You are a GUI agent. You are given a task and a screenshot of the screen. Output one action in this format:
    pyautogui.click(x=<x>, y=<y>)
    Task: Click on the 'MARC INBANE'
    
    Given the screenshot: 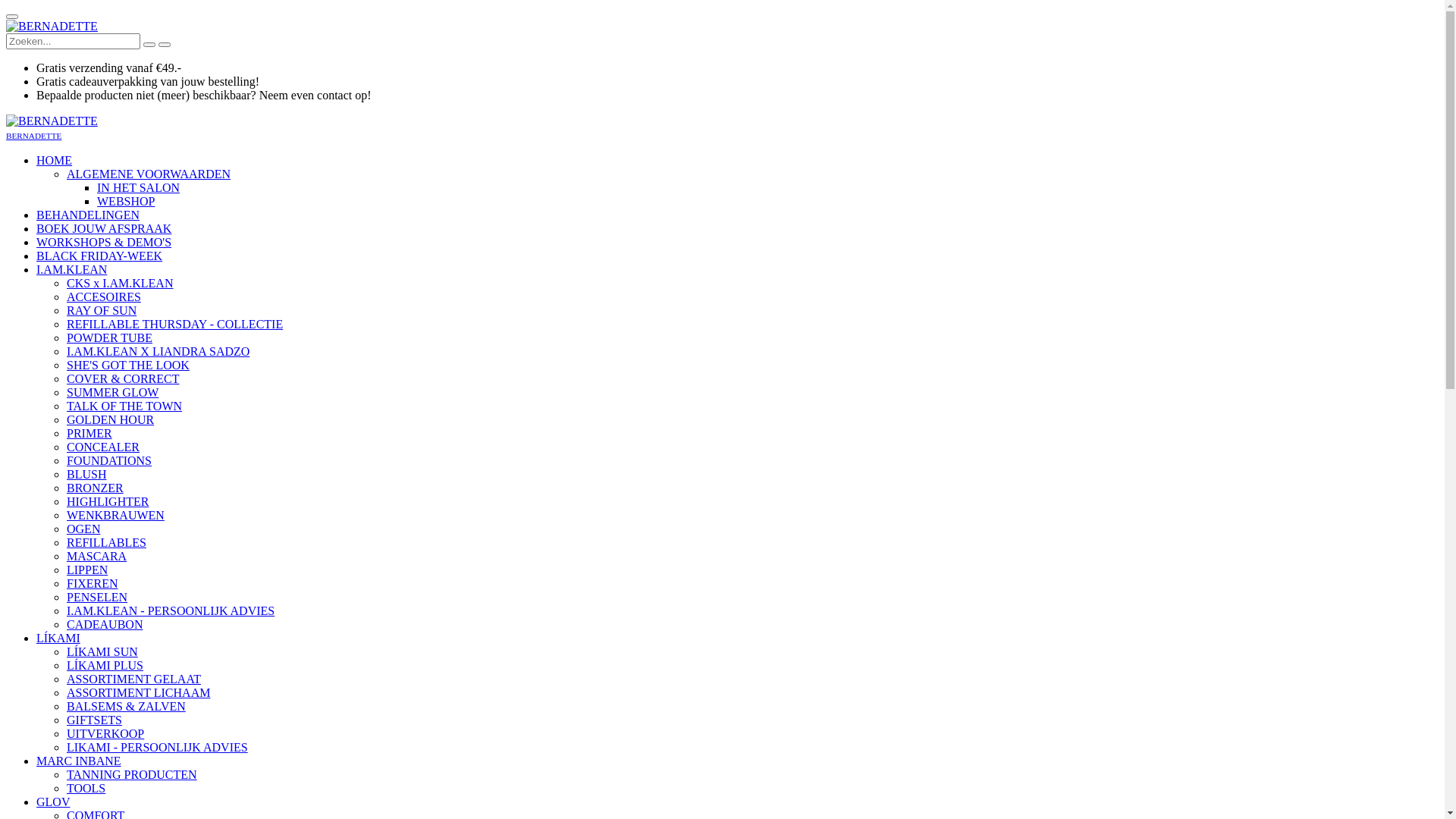 What is the action you would take?
    pyautogui.click(x=78, y=761)
    